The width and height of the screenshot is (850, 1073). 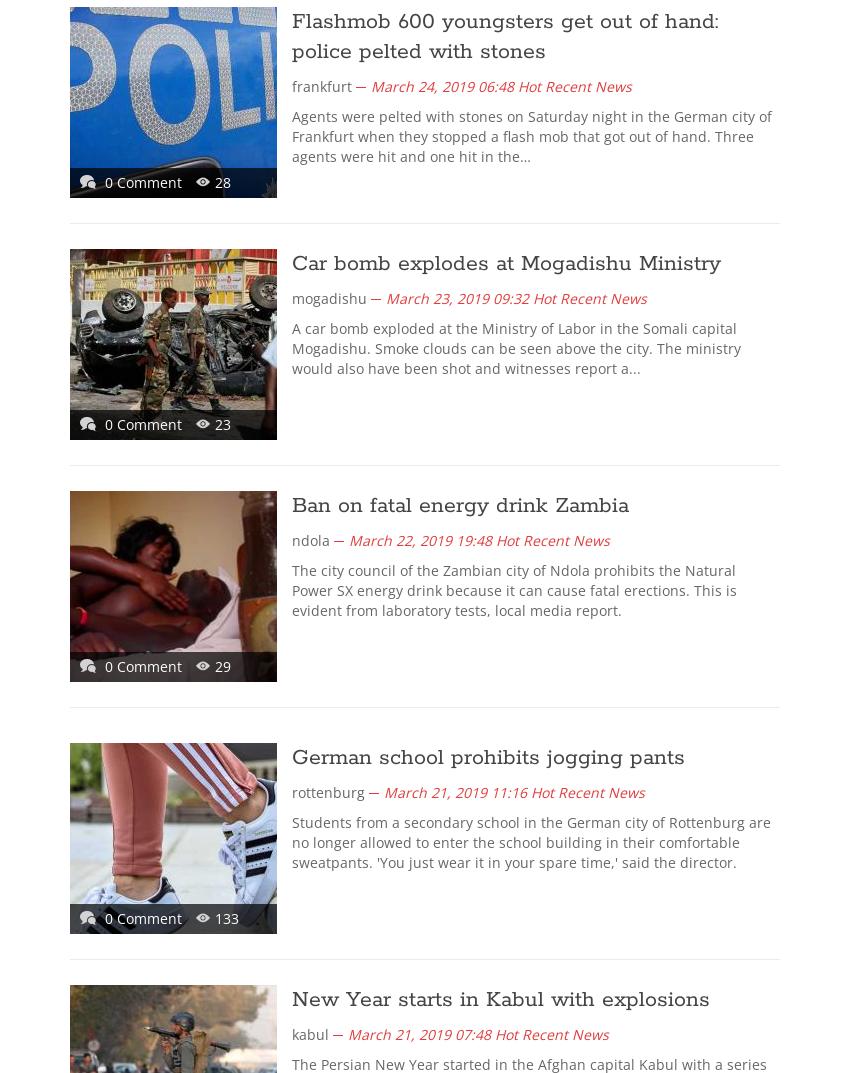 I want to click on '28', so click(x=223, y=182).